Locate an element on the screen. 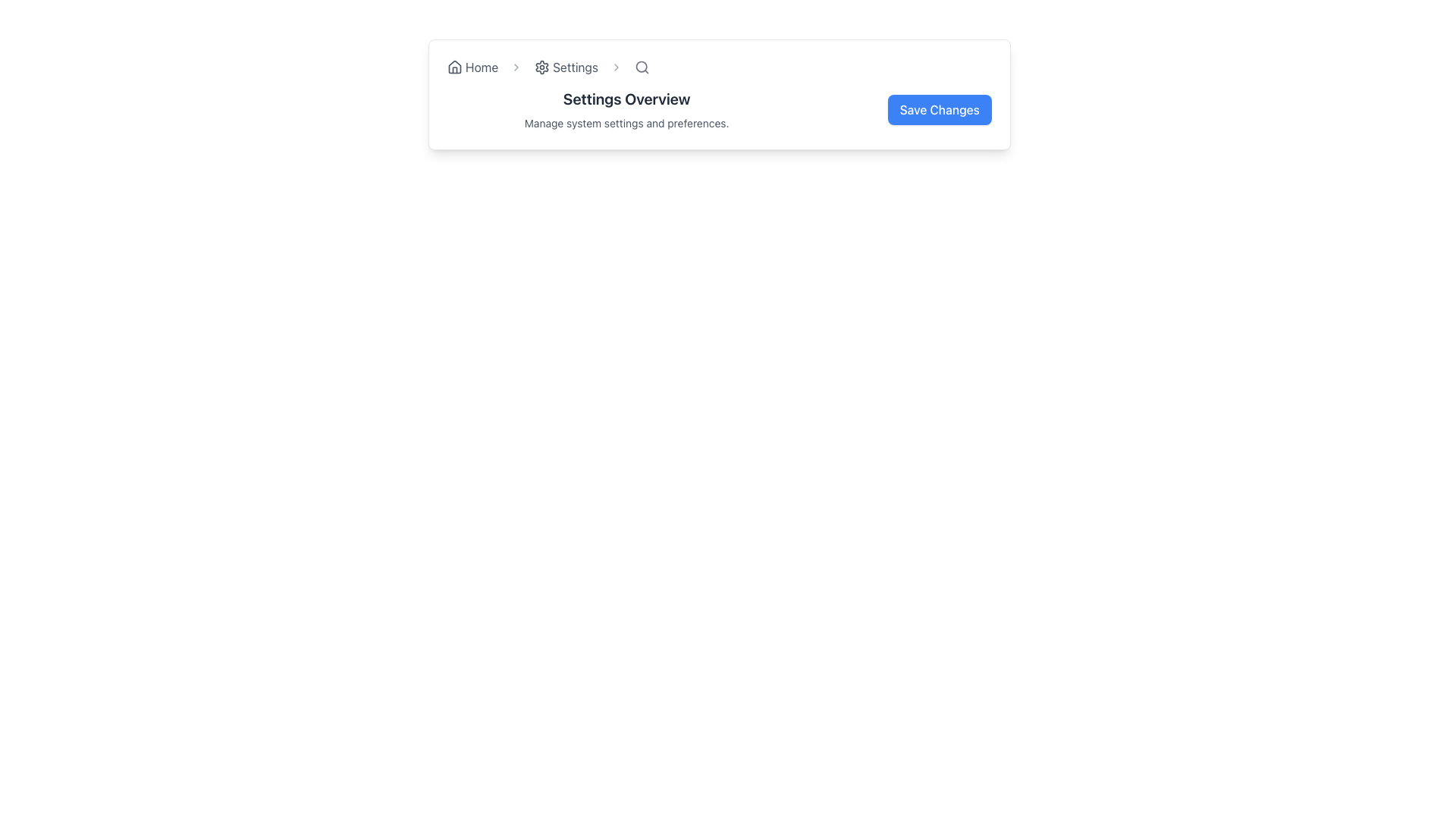 Image resolution: width=1456 pixels, height=819 pixels. the text label that reads 'Manage system settings and preferences.' located beneath the title in the settings overview interface is located at coordinates (626, 122).